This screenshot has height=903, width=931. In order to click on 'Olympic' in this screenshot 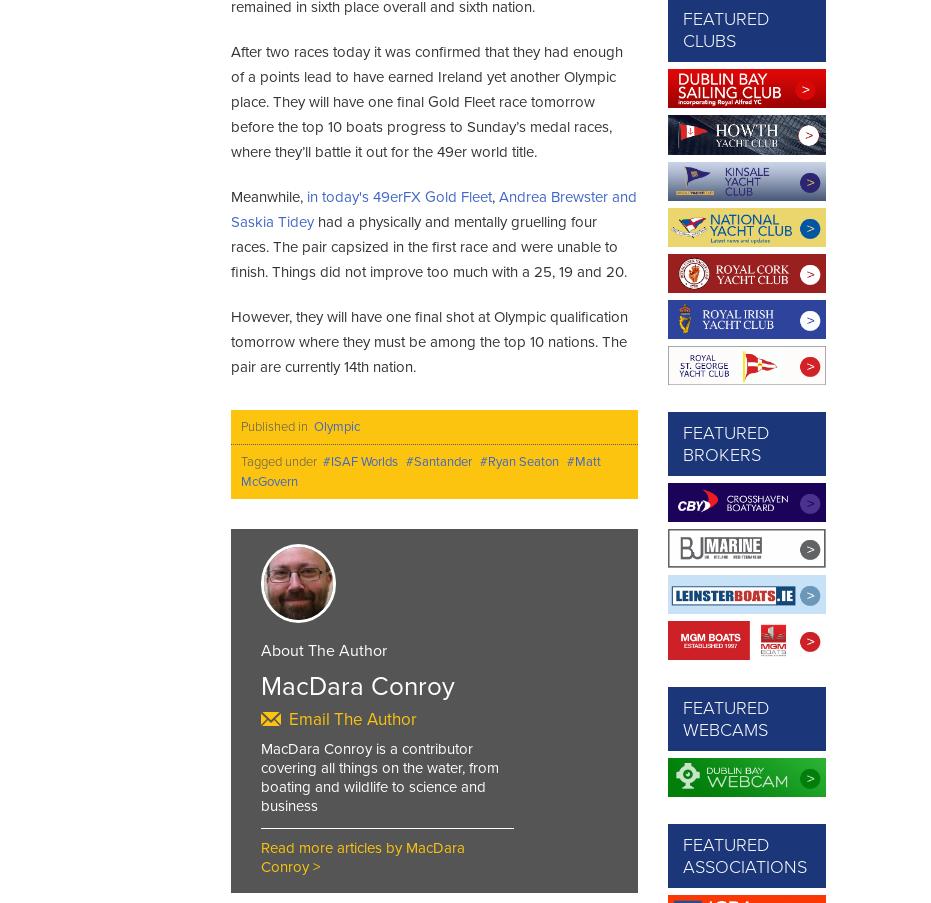, I will do `click(335, 426)`.